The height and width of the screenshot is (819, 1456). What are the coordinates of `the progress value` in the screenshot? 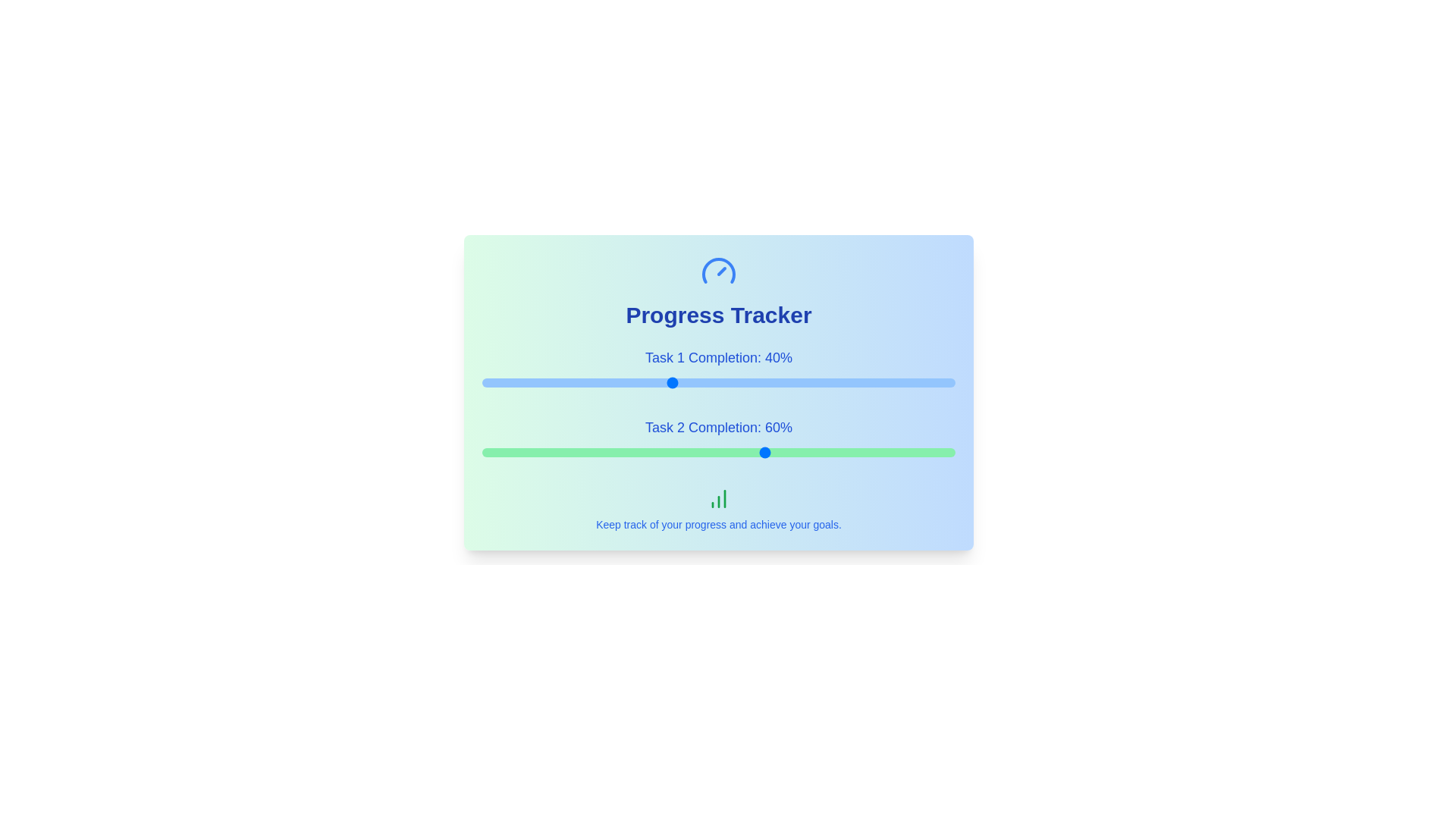 It's located at (935, 382).